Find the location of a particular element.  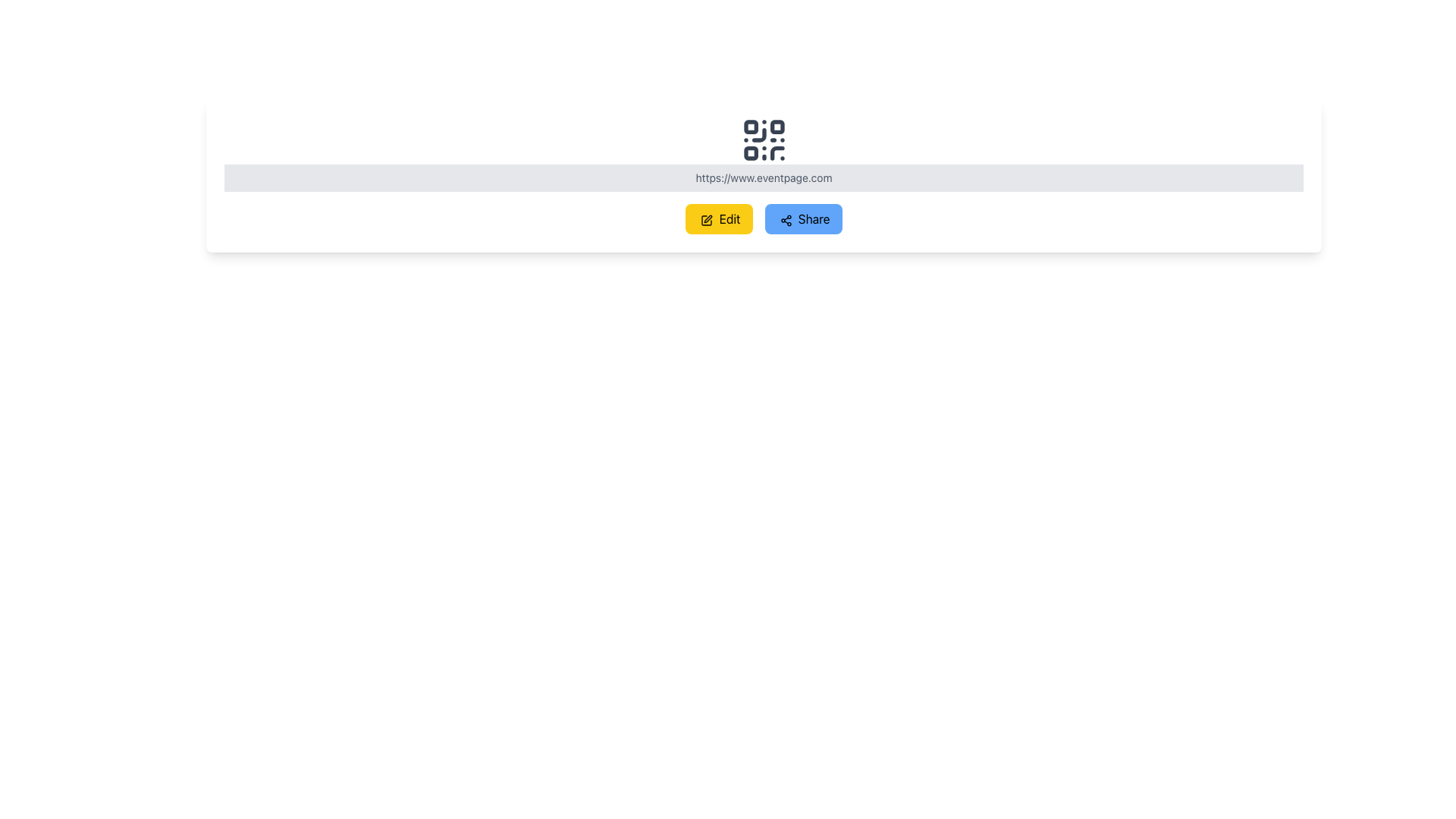

the first smaller square is located at coordinates (751, 126).